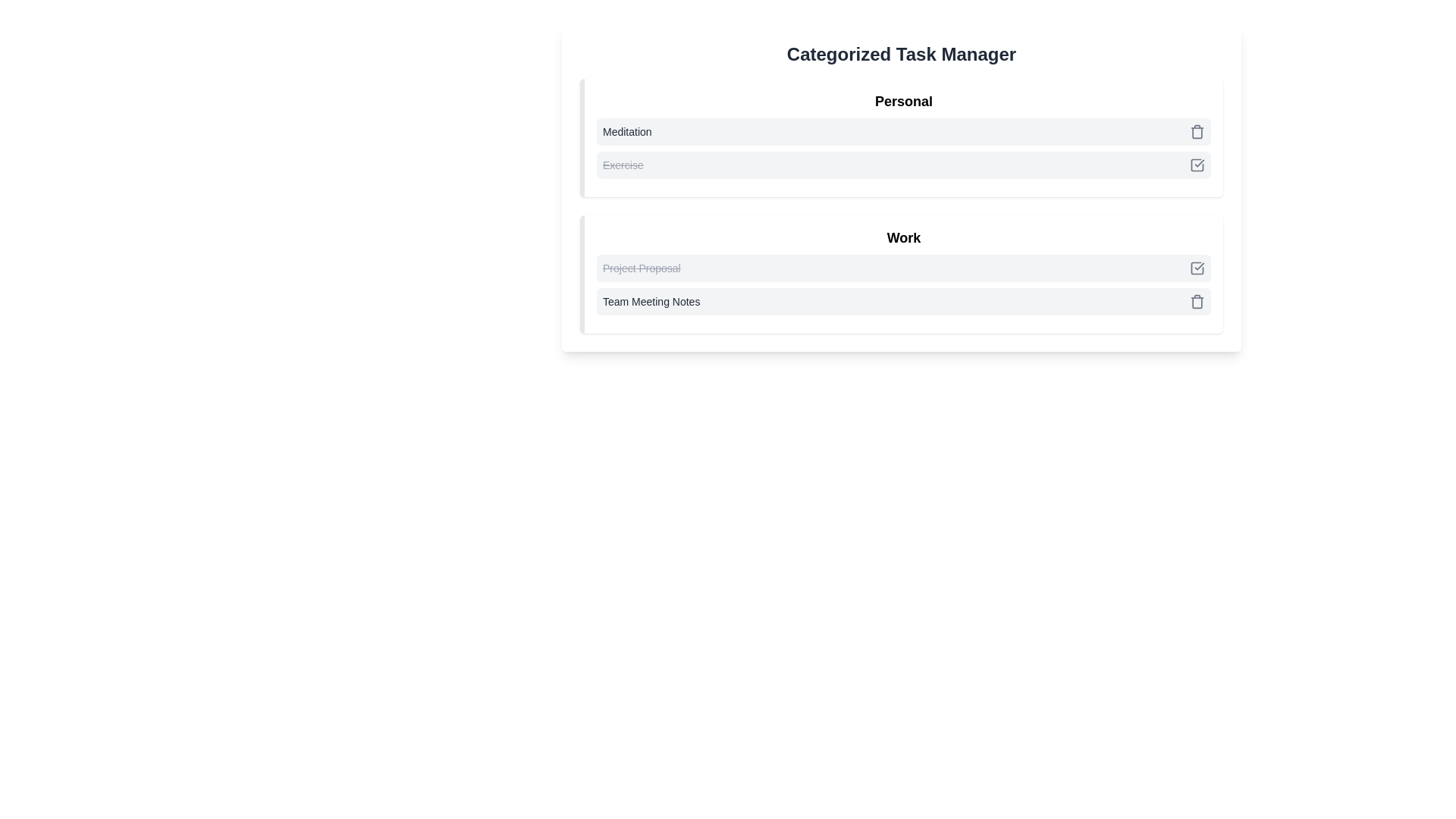 This screenshot has height=819, width=1456. What do you see at coordinates (902, 54) in the screenshot?
I see `the Text label (Header) at the top of the card containing categorized items such as 'Personal' and 'Work'` at bounding box center [902, 54].